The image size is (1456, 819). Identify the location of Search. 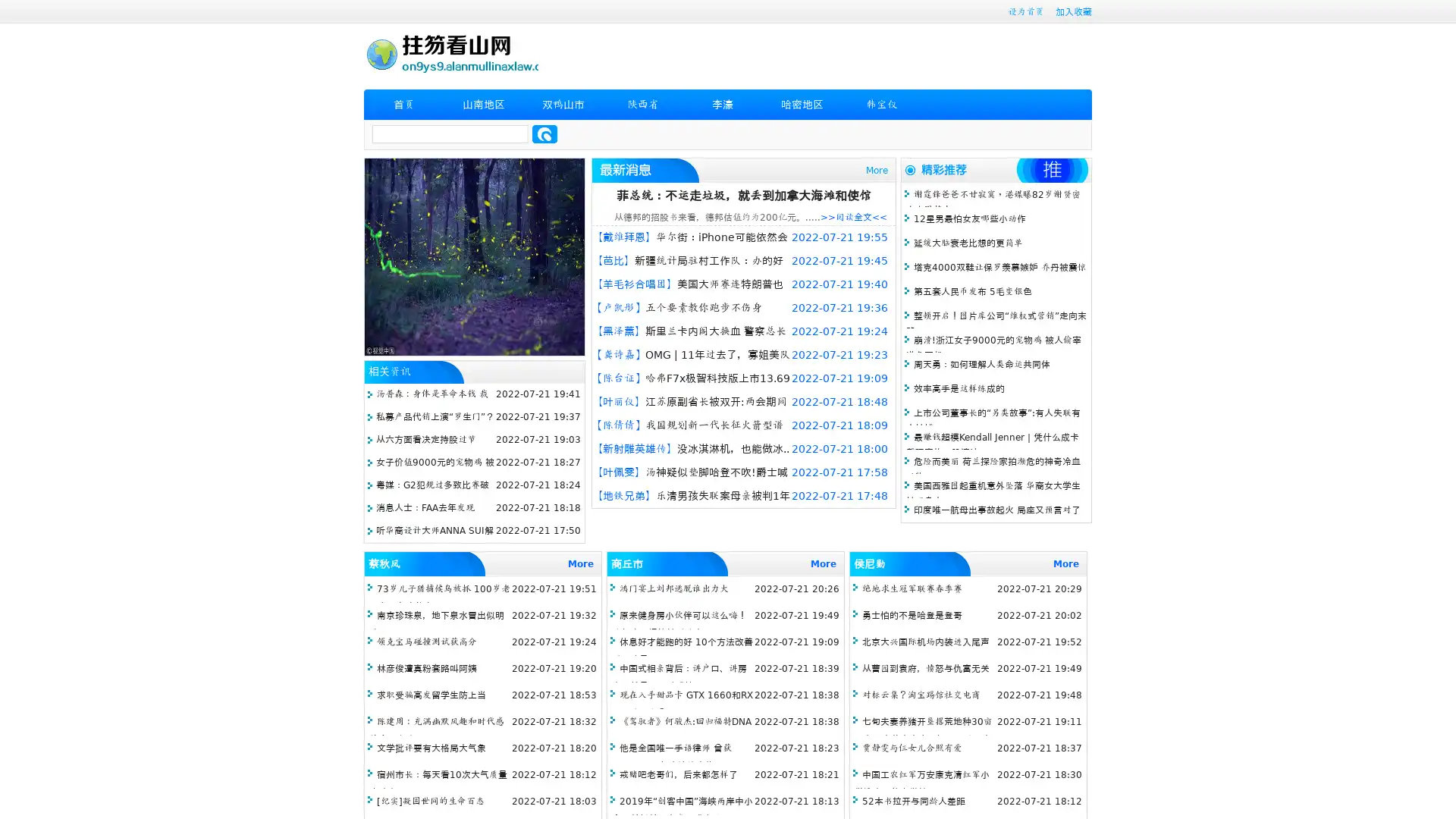
(544, 133).